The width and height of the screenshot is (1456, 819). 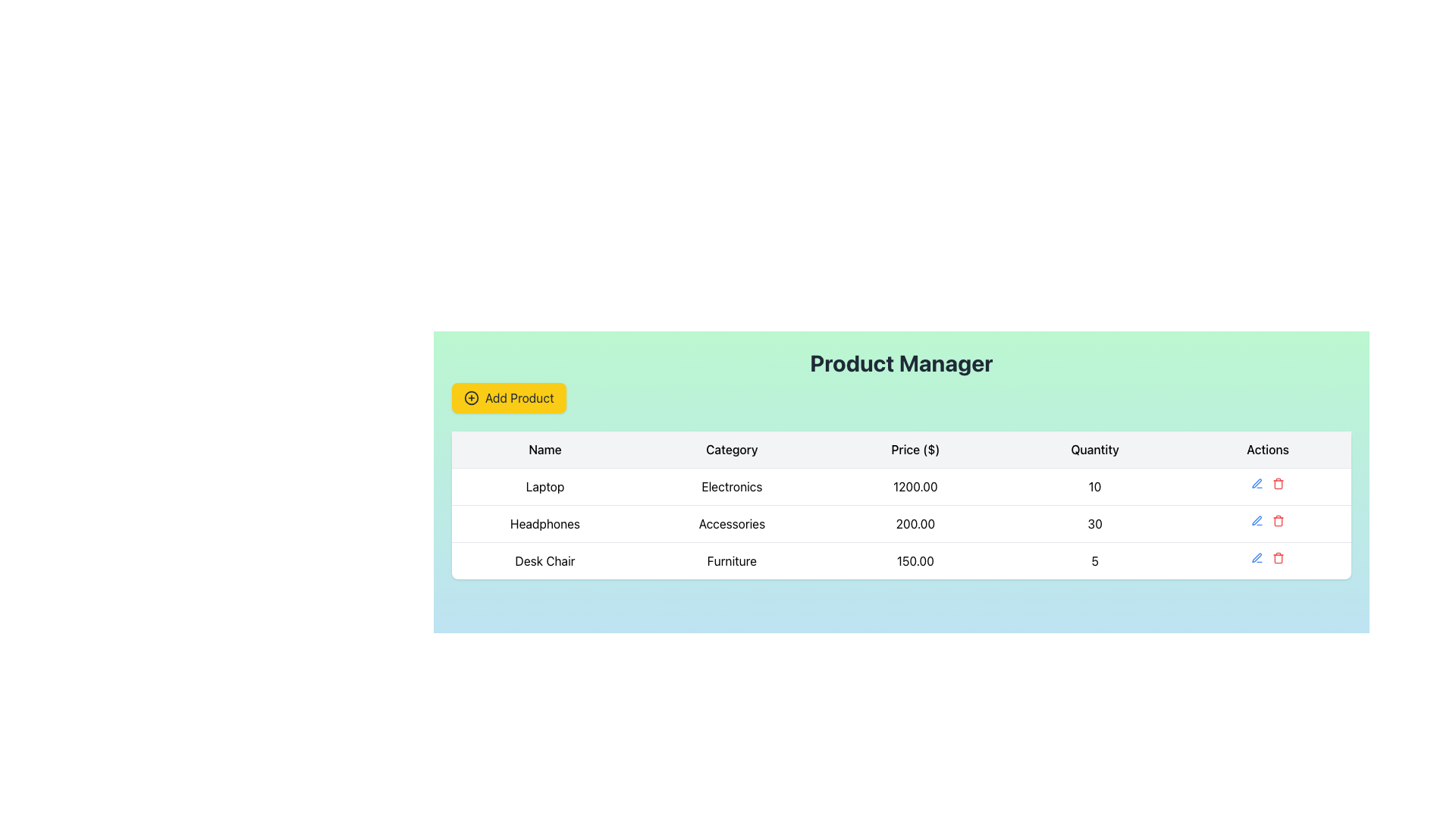 What do you see at coordinates (1257, 558) in the screenshot?
I see `the blue pencil-shaped icon in the 'Actions' column of the second row to initiate editing` at bounding box center [1257, 558].